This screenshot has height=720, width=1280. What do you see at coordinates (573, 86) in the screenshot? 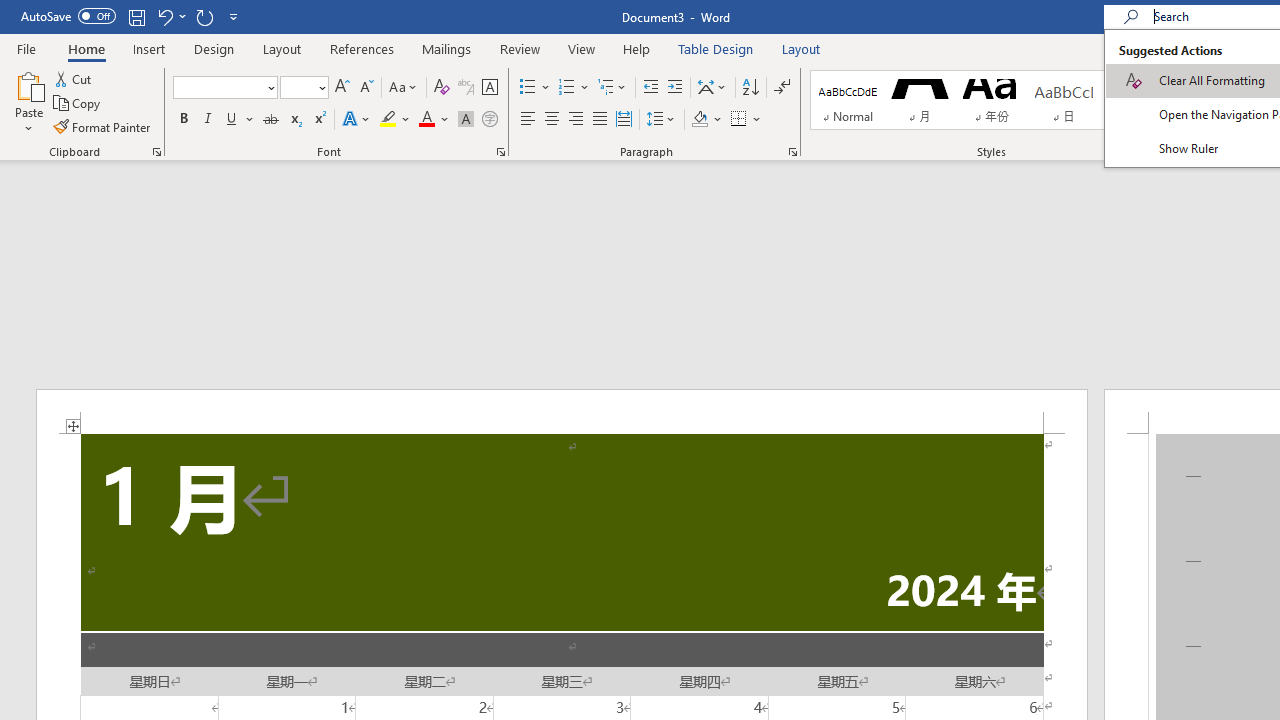
I see `'Numbering'` at bounding box center [573, 86].